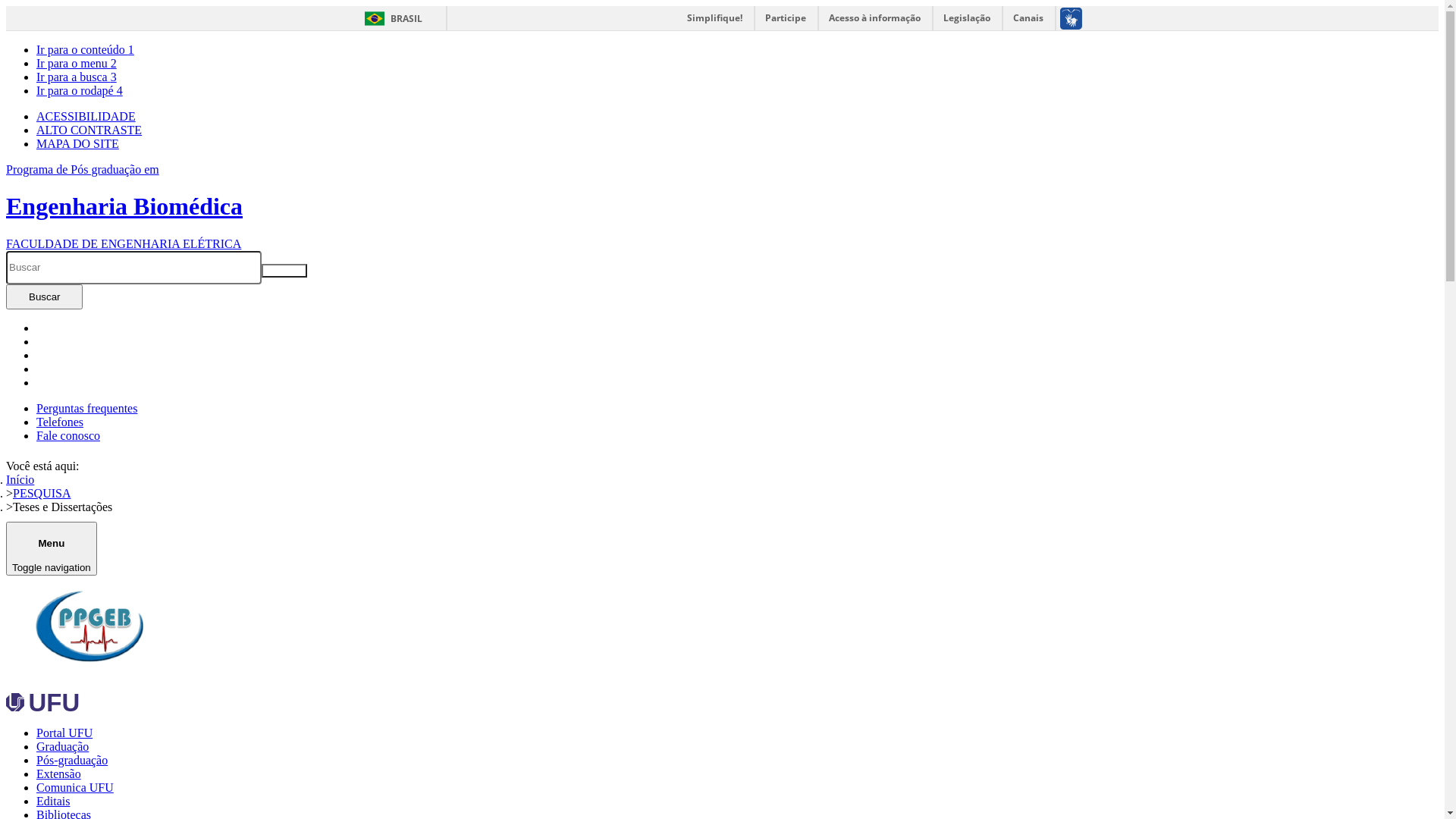 The height and width of the screenshot is (819, 1456). What do you see at coordinates (53, 800) in the screenshot?
I see `'Editais'` at bounding box center [53, 800].